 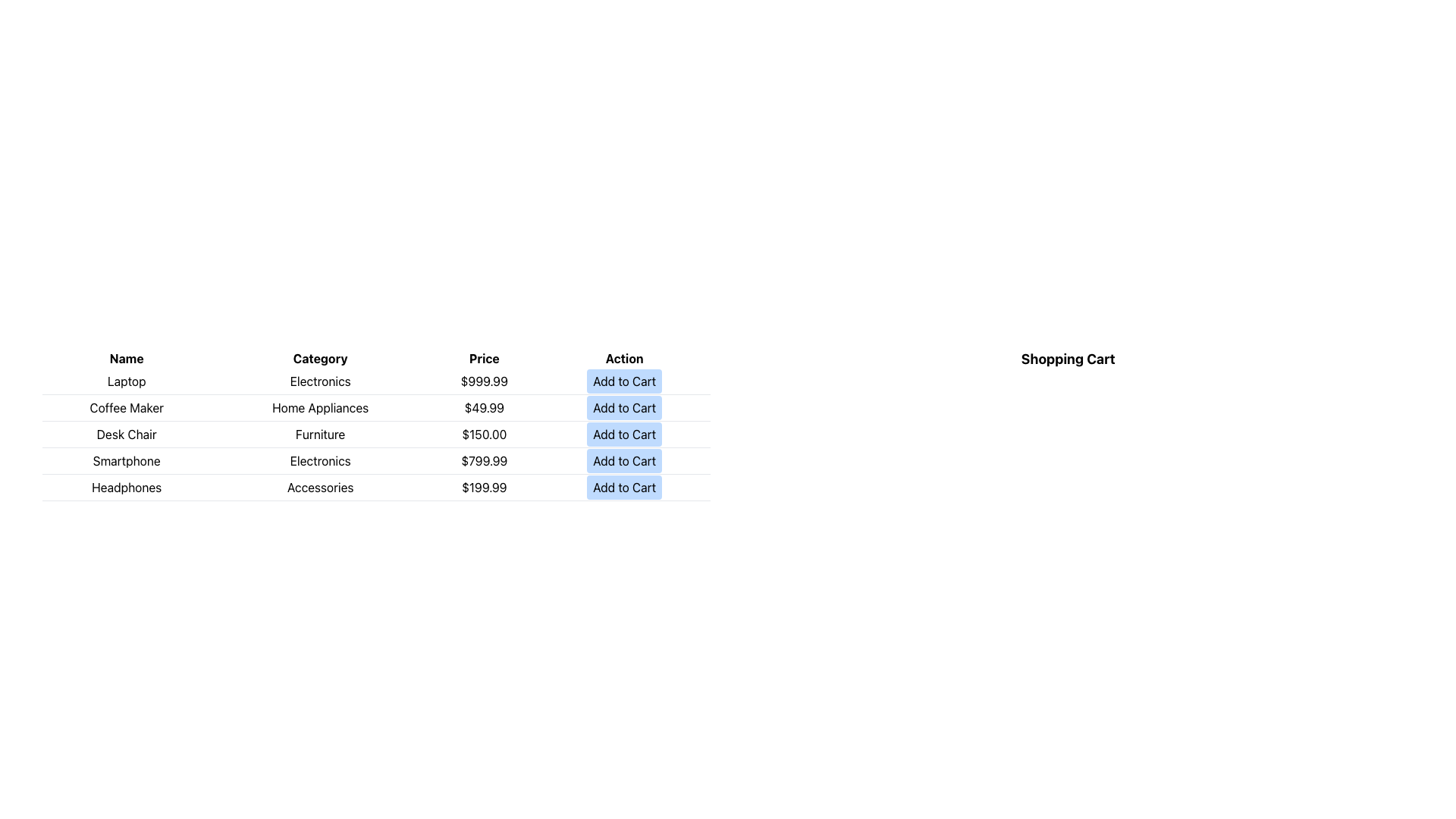 I want to click on the product entry for 'Desk Chair' in the table, which is the third row detailing its category as 'Furniture' and price as '$150.00', so click(x=376, y=435).